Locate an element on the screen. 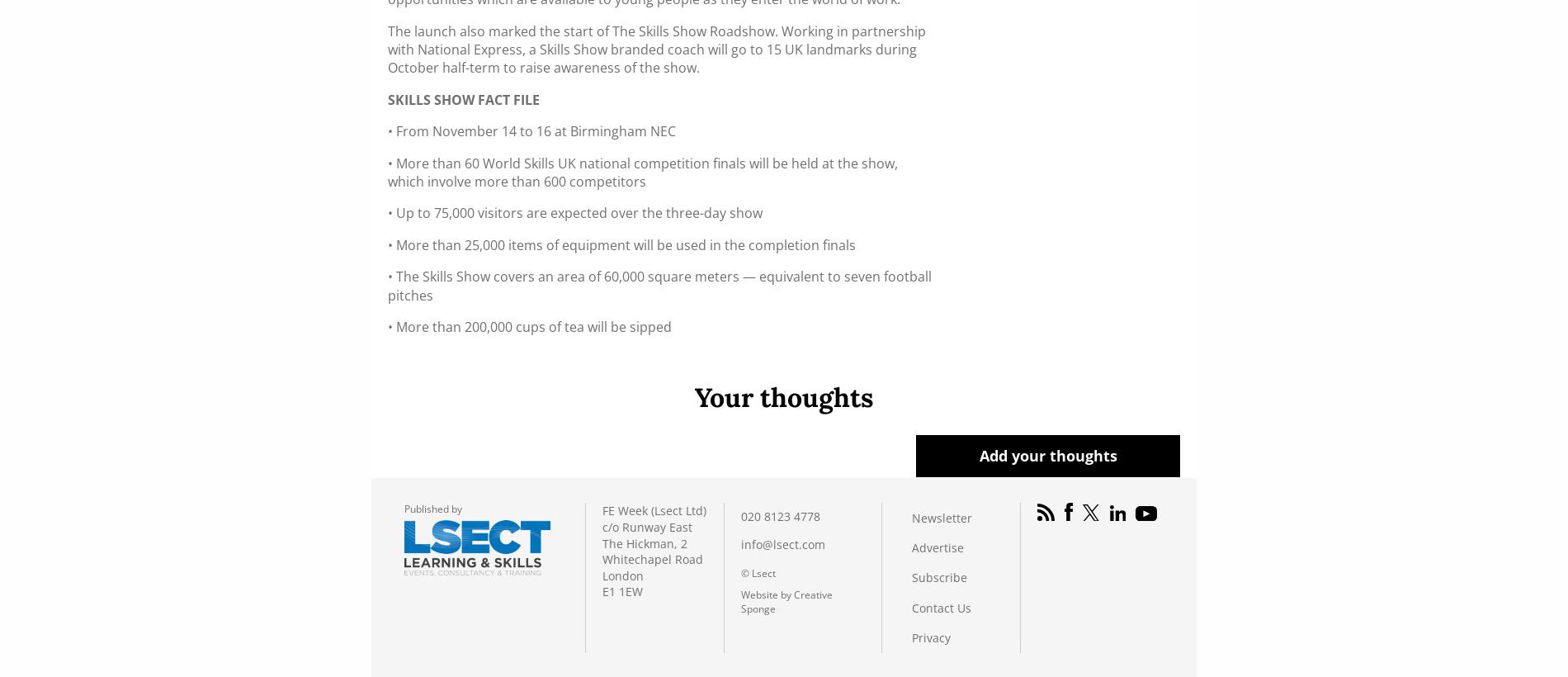 The image size is (1568, 677). '• From November 14 to 16 at Birmingham NEC' is located at coordinates (387, 130).